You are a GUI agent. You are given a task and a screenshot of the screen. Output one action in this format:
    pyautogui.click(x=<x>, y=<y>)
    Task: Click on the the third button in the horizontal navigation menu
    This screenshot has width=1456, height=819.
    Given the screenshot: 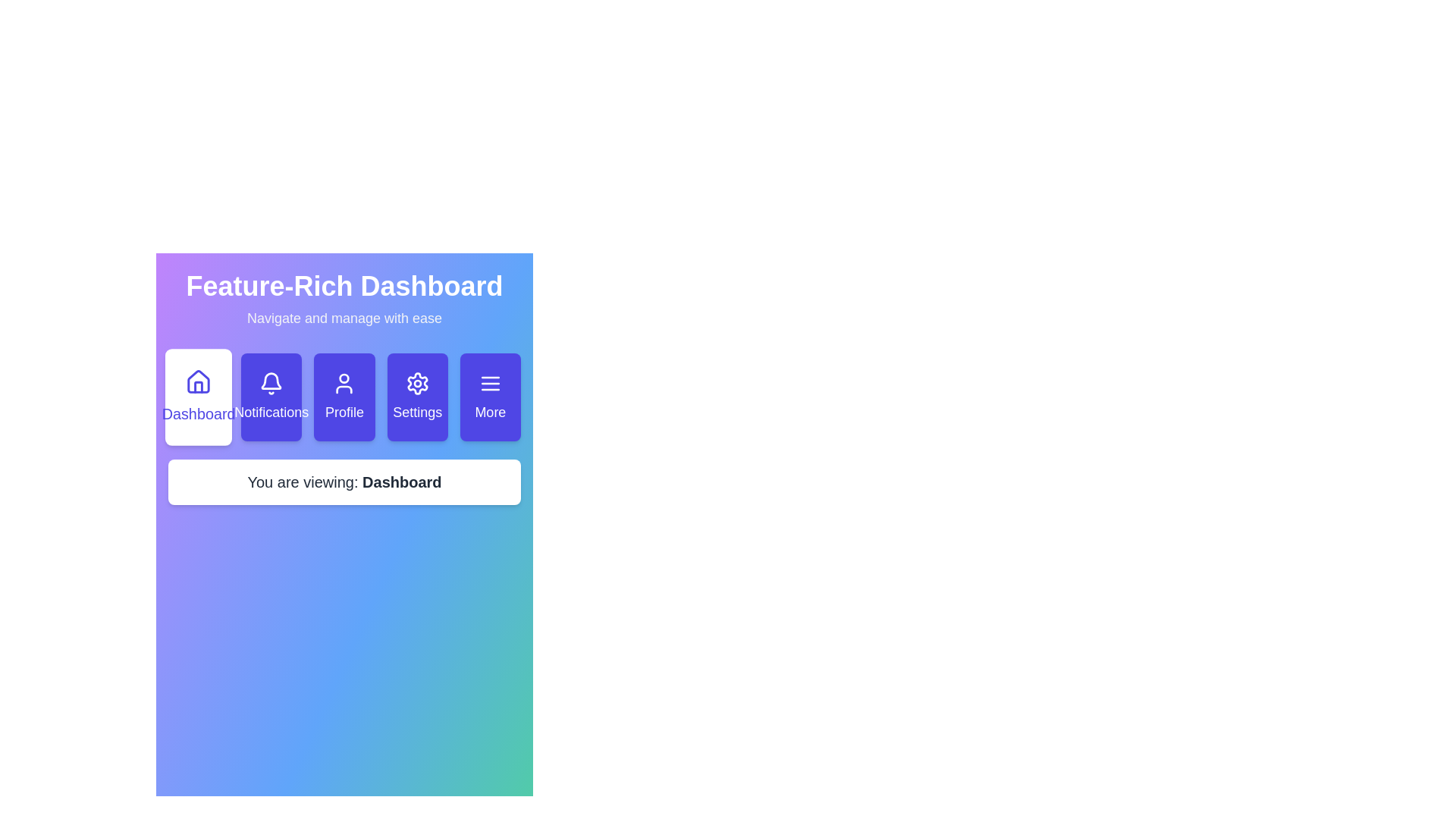 What is the action you would take?
    pyautogui.click(x=344, y=397)
    